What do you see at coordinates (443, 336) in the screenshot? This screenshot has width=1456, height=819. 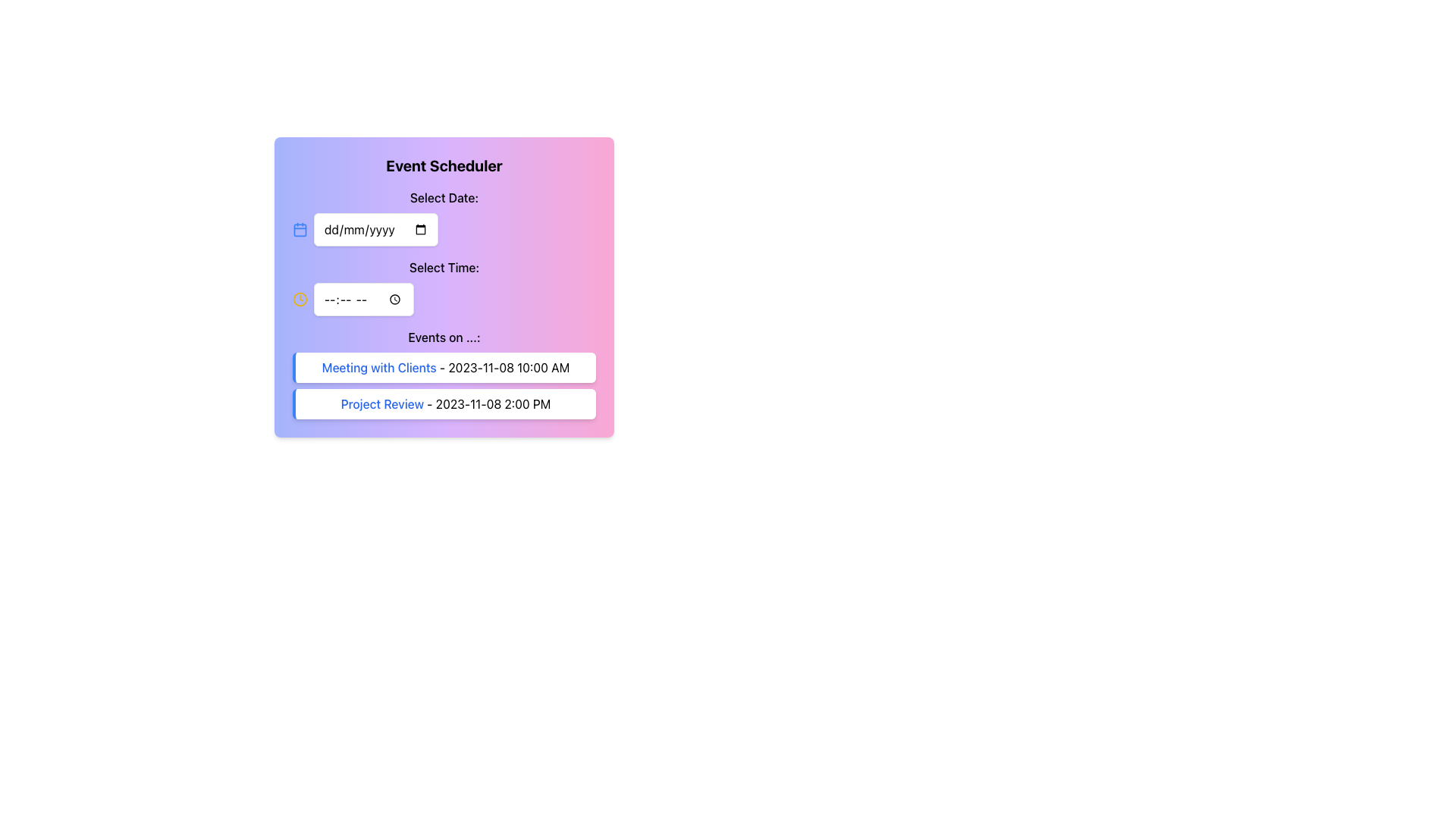 I see `the text label that serves as the header for the event list section in the scheduler interface, positioned below the 'Select Time:' input` at bounding box center [443, 336].